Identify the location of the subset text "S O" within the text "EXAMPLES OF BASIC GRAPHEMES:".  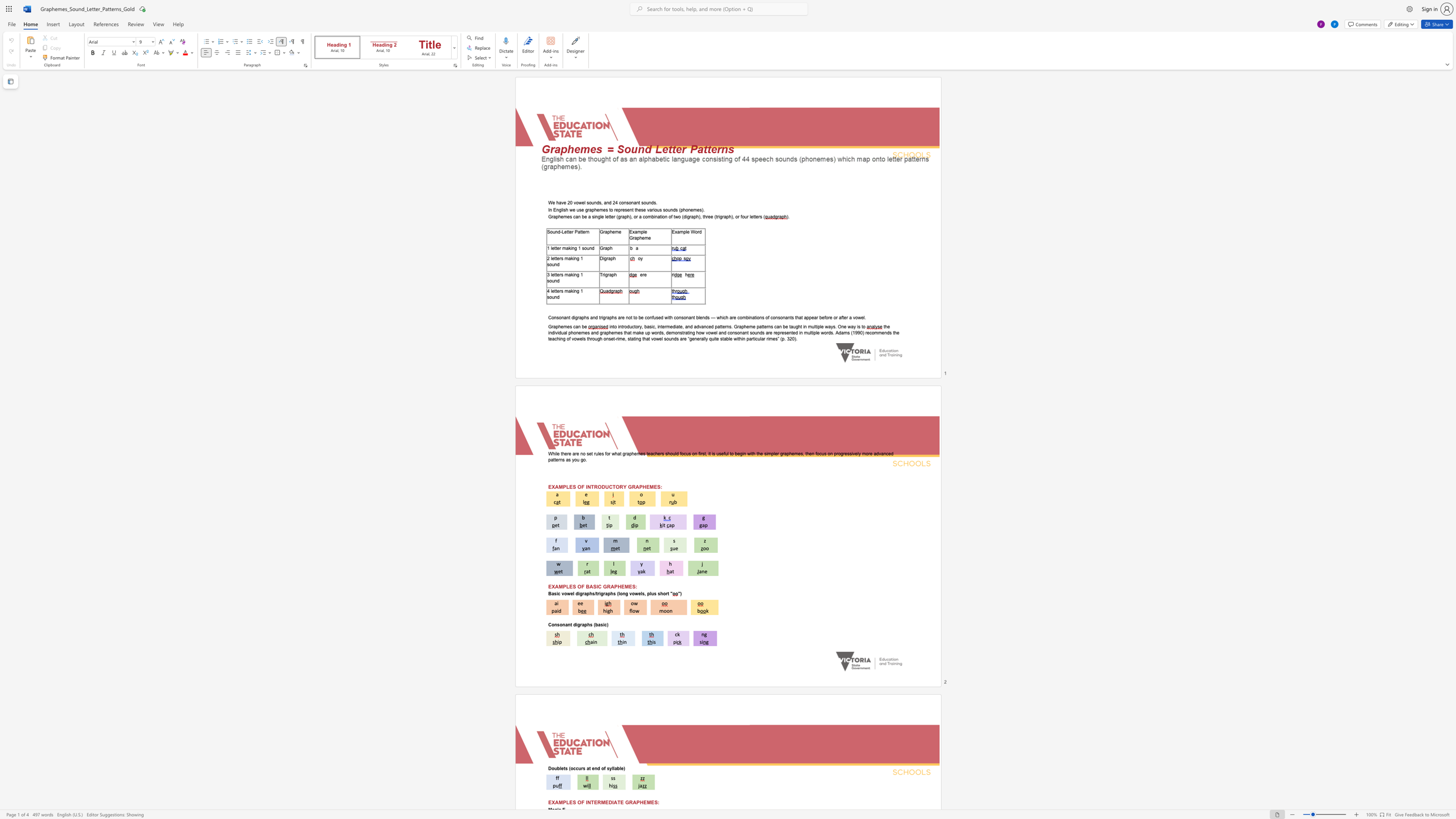
(572, 587).